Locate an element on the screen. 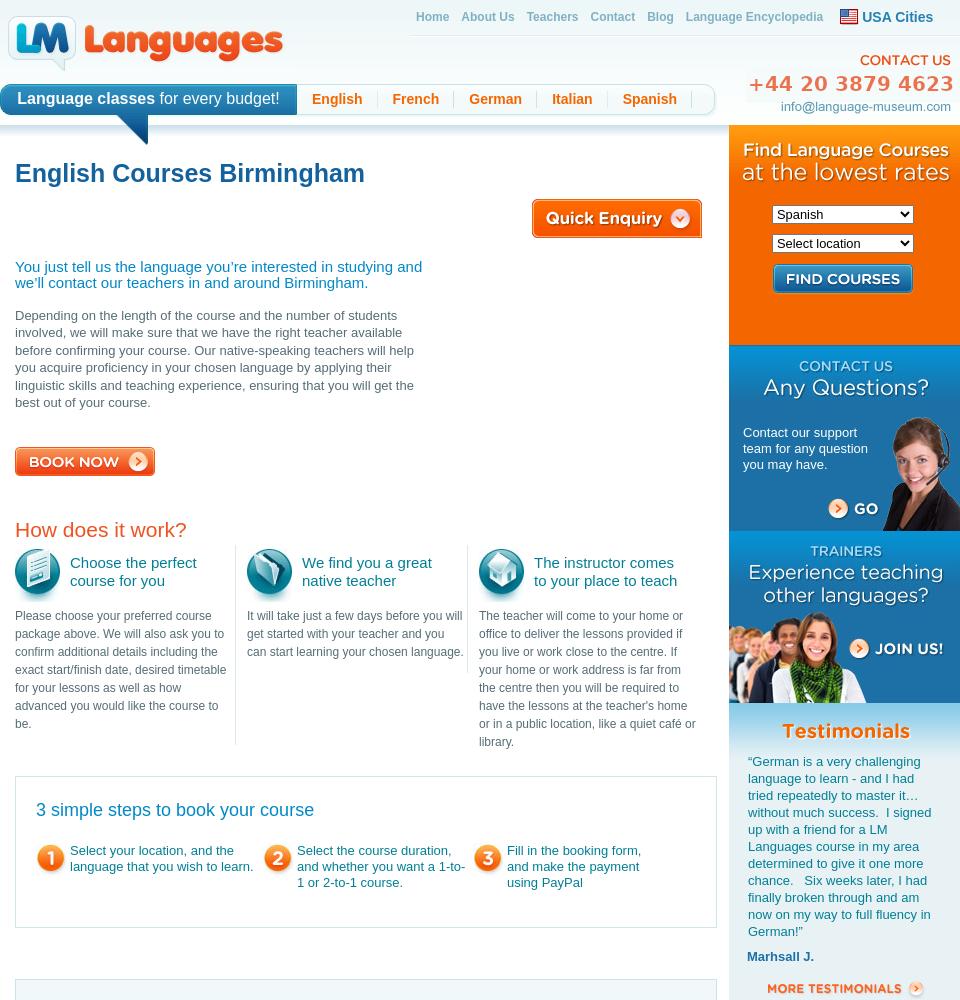  'Marhsall J.' is located at coordinates (745, 955).